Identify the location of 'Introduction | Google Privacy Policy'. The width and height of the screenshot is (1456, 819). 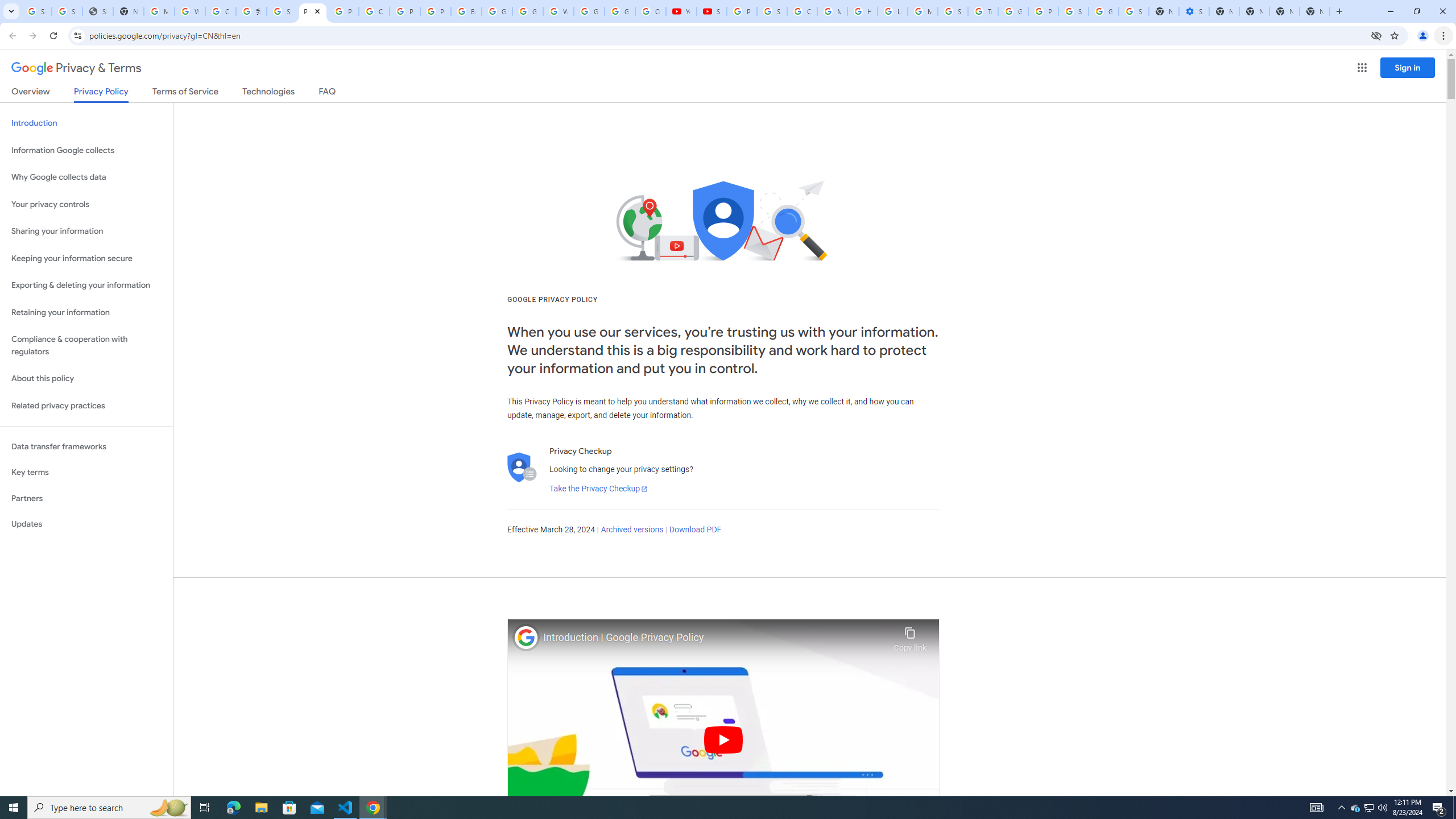
(715, 638).